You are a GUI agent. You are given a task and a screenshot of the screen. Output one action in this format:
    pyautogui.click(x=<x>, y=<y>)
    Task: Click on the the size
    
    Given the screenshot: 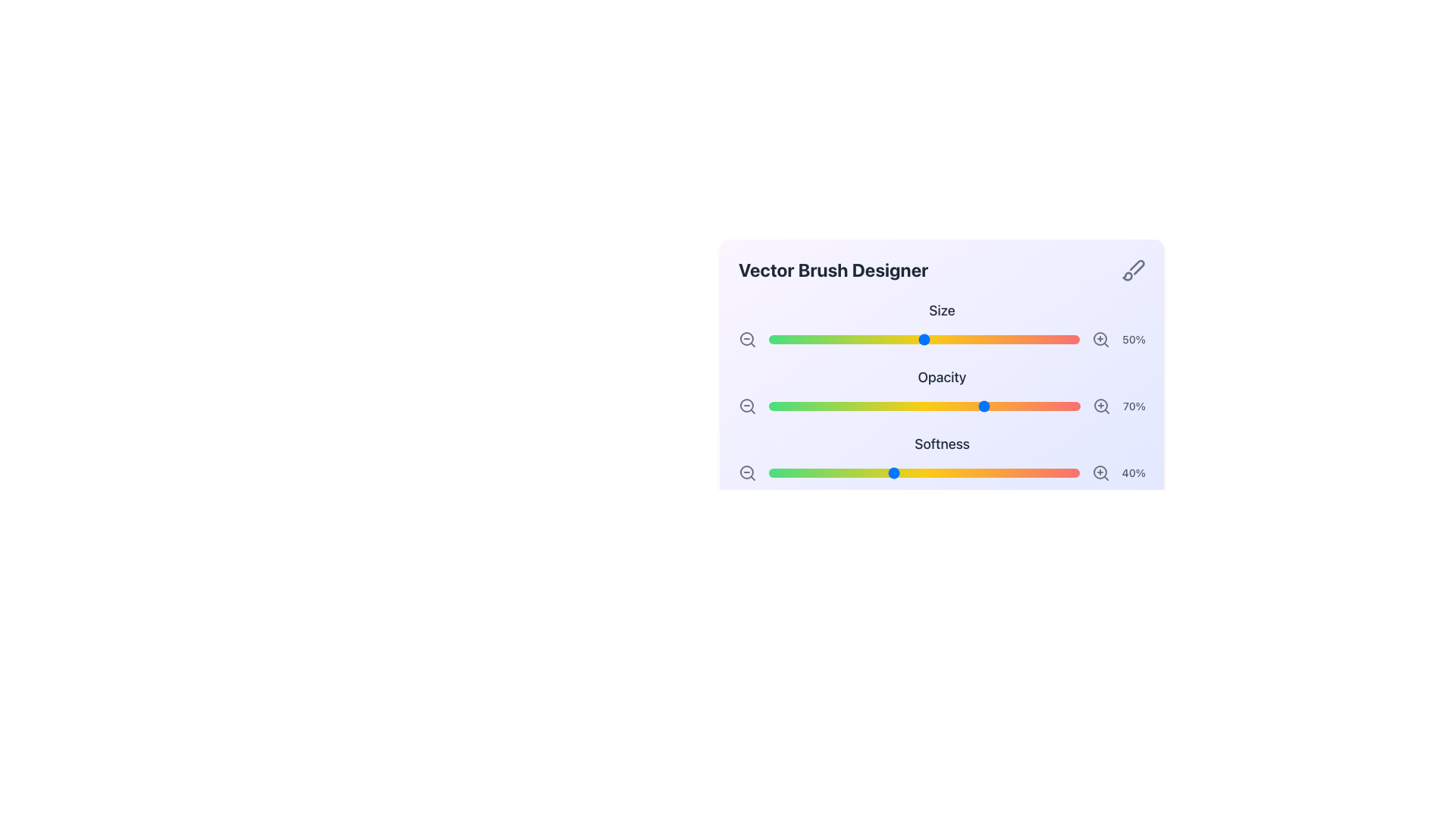 What is the action you would take?
    pyautogui.click(x=802, y=338)
    